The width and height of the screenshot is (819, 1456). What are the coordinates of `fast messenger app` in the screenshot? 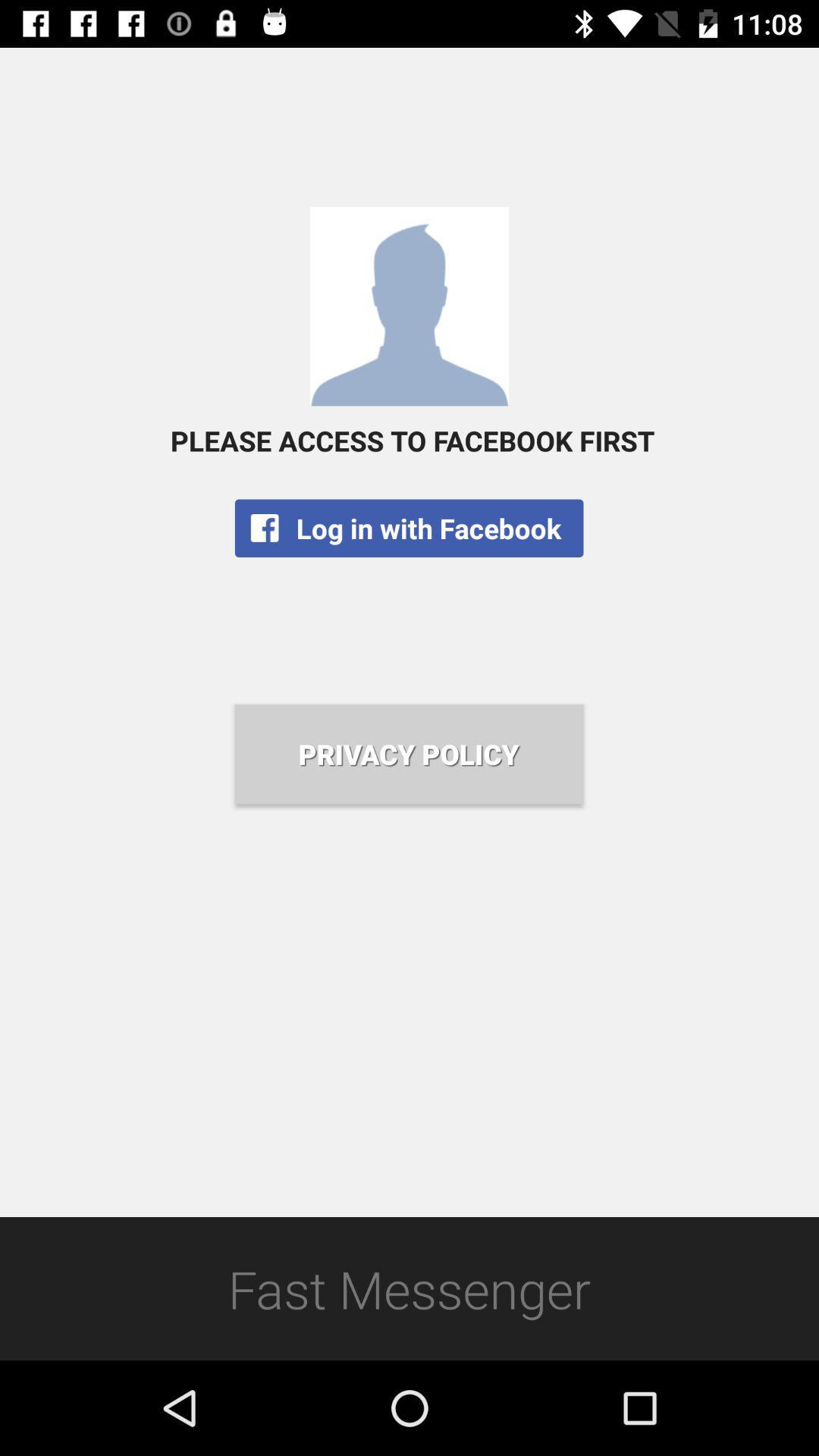 It's located at (409, 1288).